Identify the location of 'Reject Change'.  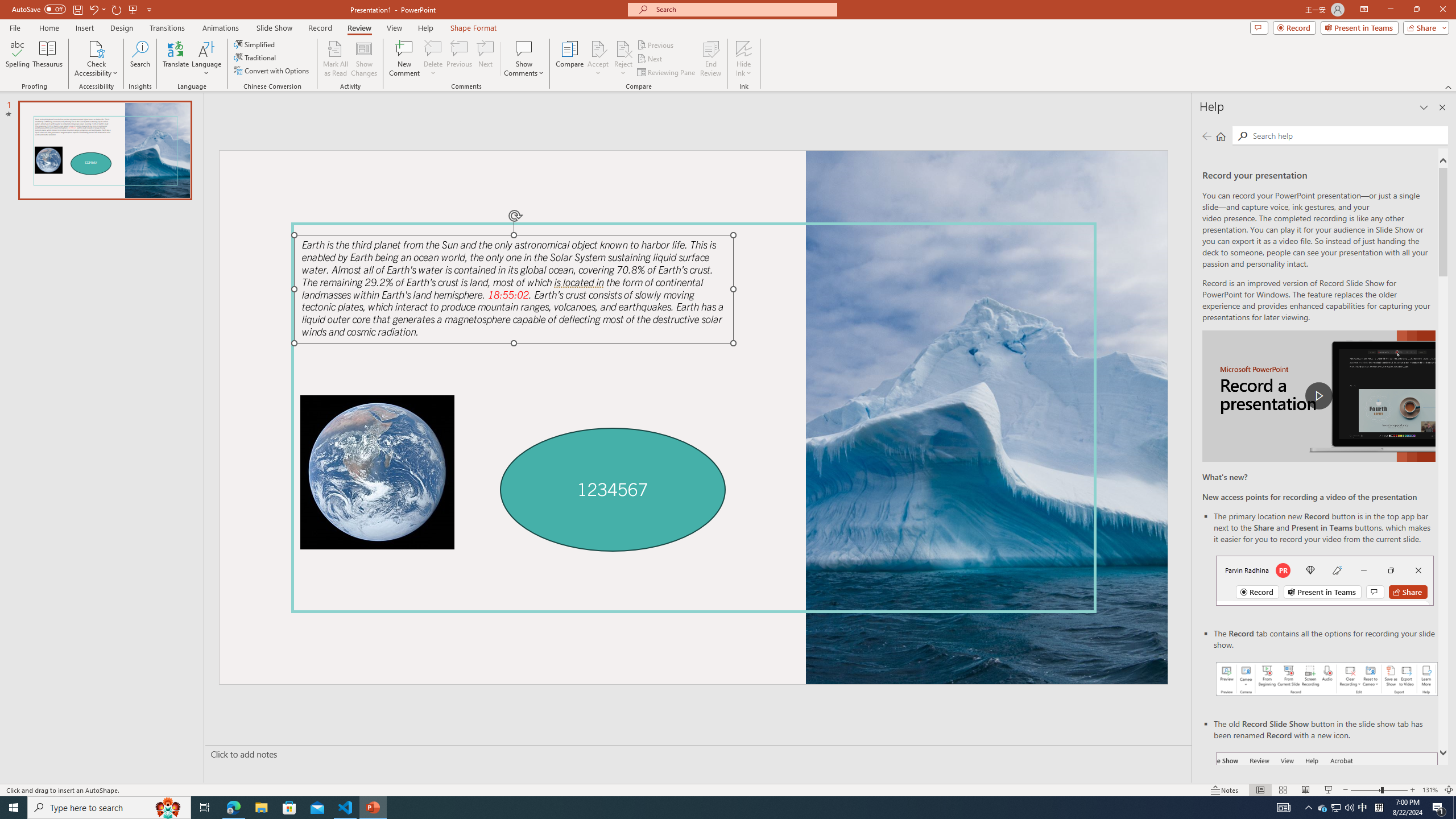
(622, 48).